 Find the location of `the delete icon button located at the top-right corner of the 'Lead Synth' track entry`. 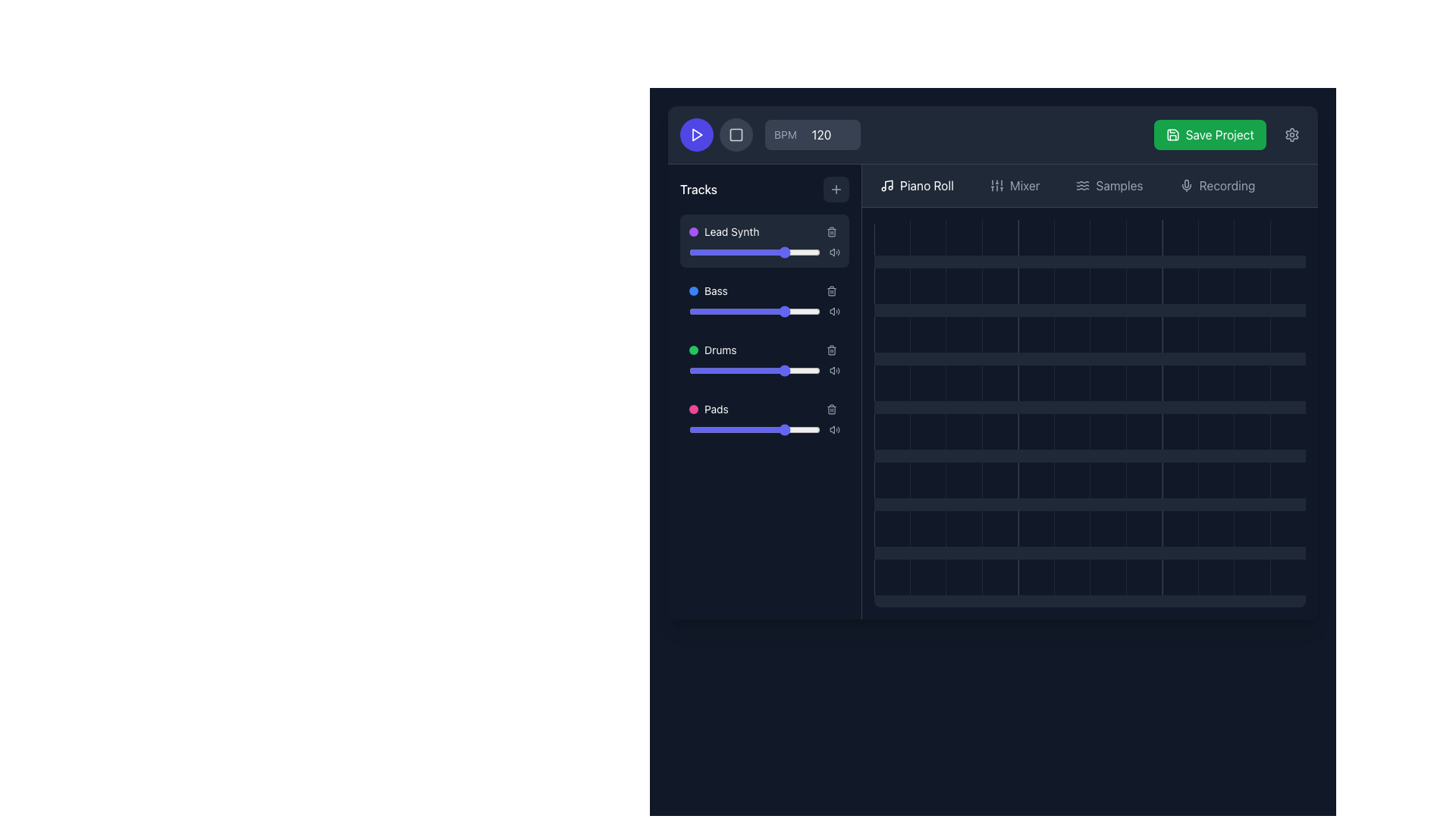

the delete icon button located at the top-right corner of the 'Lead Synth' track entry is located at coordinates (831, 231).